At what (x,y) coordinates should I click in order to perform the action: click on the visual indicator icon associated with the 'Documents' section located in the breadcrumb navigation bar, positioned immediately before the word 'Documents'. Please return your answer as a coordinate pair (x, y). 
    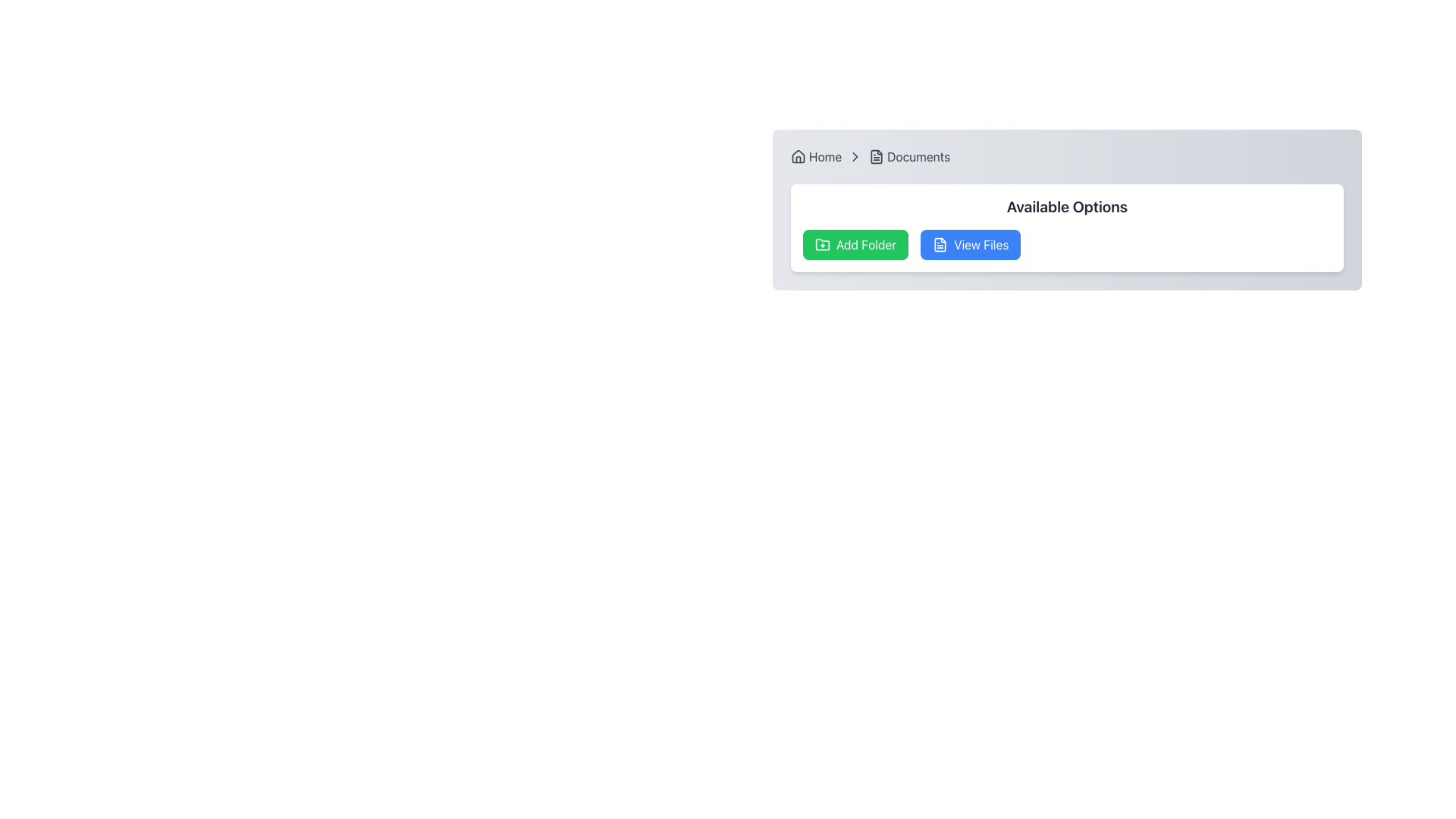
    Looking at the image, I should click on (877, 157).